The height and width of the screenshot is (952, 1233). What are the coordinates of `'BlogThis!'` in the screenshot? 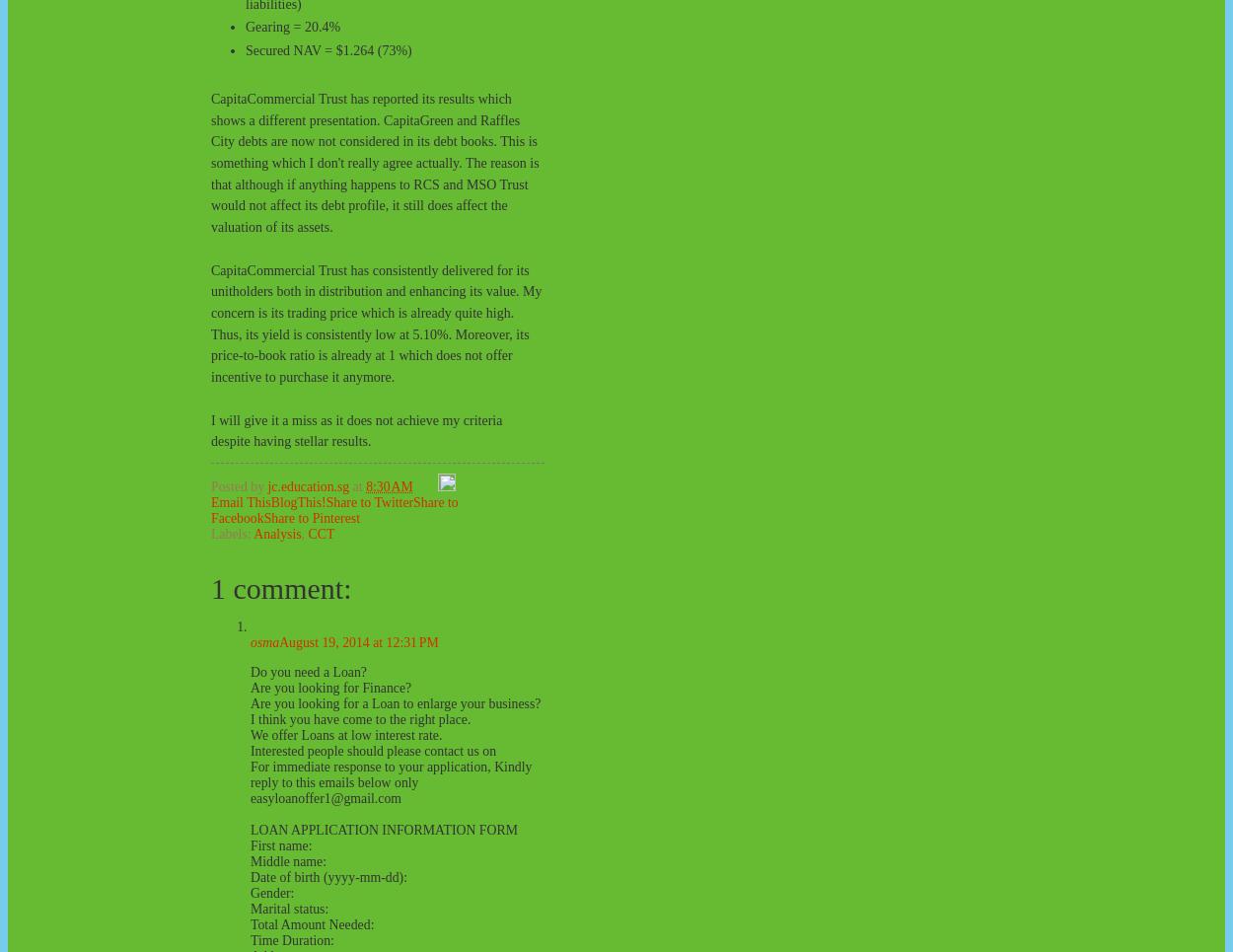 It's located at (270, 502).